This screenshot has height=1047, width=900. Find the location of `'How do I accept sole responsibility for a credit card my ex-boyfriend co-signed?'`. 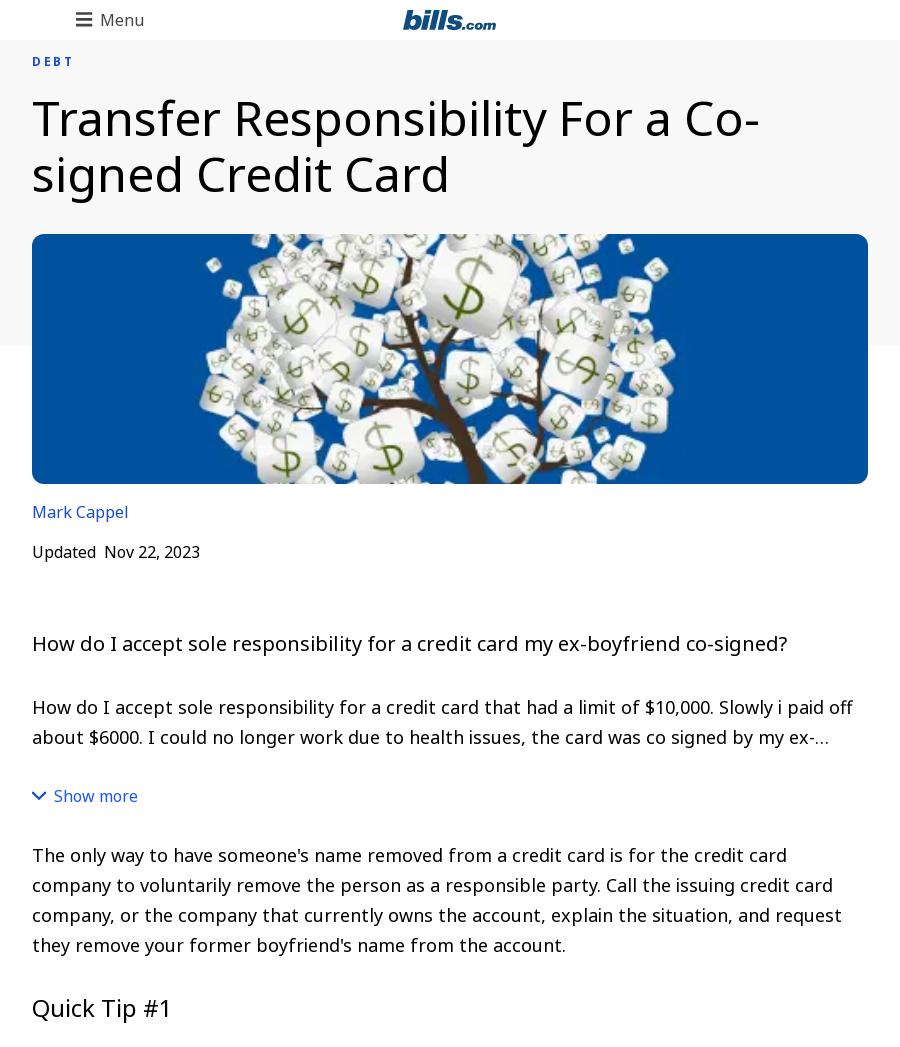

'How do I accept sole responsibility for a credit card my ex-boyfriend co-signed?' is located at coordinates (31, 643).